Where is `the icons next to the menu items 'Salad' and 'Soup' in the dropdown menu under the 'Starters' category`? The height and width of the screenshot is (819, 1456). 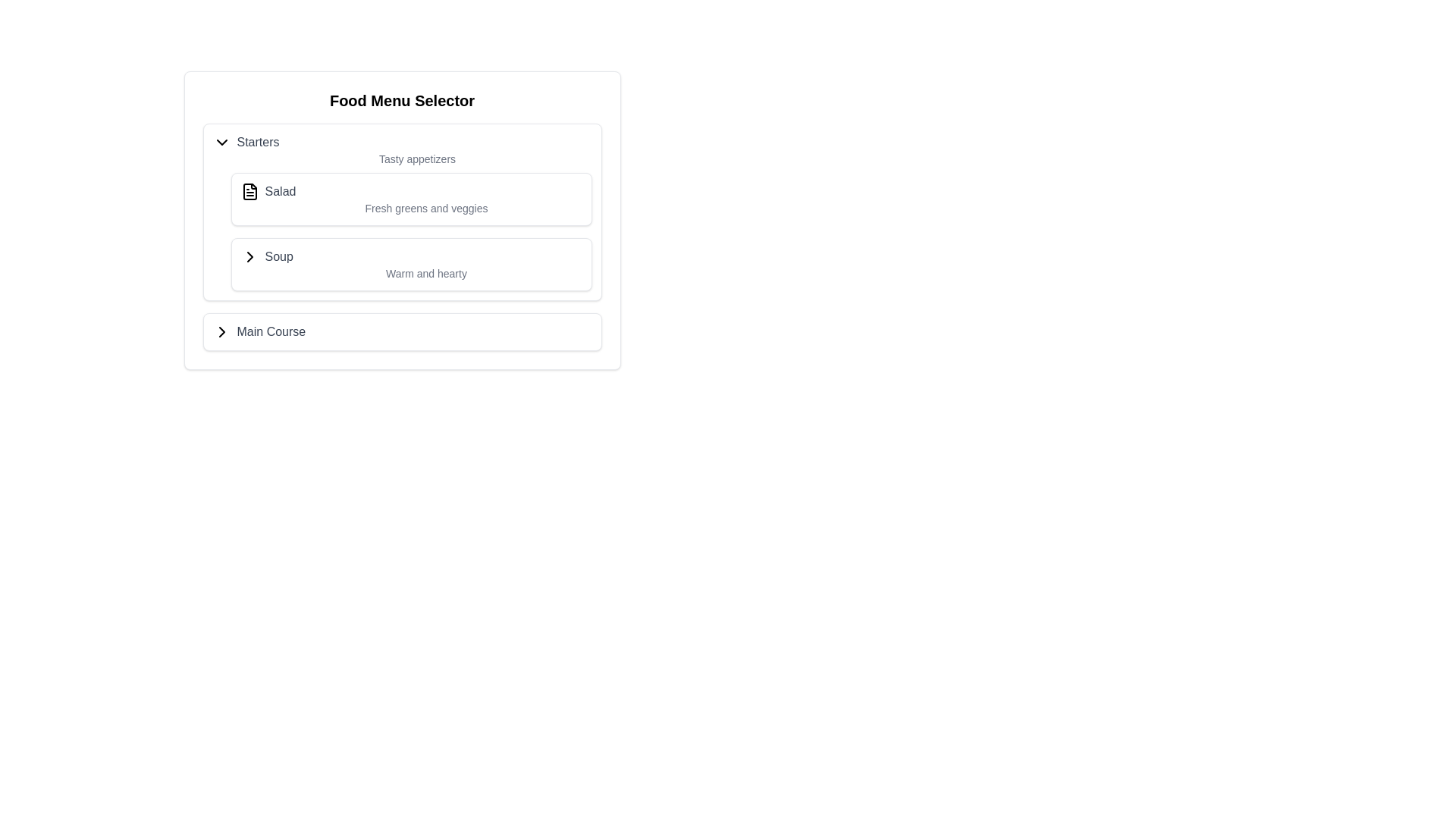
the icons next to the menu items 'Salad' and 'Soup' in the dropdown menu under the 'Starters' category is located at coordinates (402, 231).